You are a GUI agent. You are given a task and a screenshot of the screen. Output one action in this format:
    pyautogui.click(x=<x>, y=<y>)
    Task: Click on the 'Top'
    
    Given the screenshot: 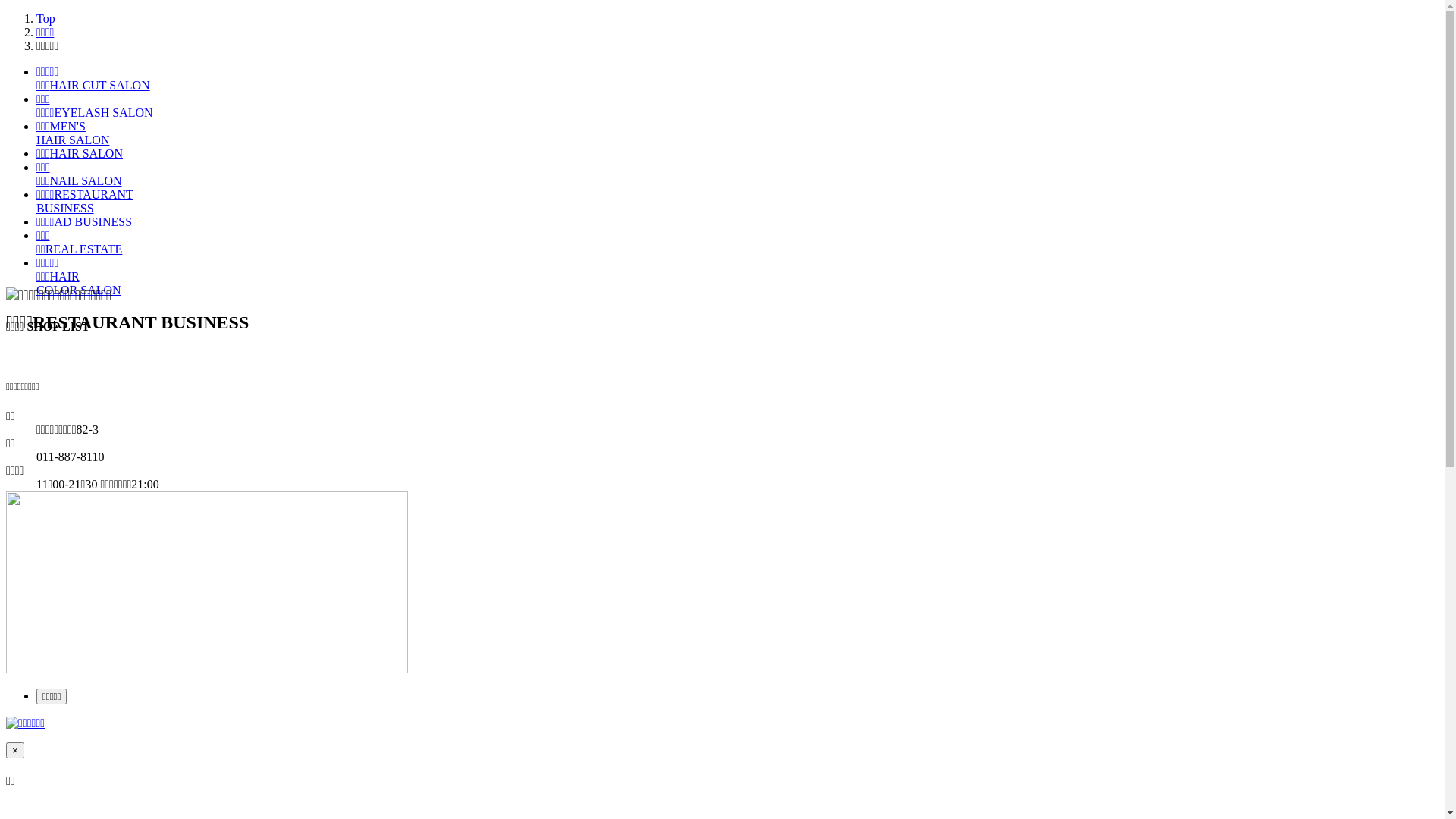 What is the action you would take?
    pyautogui.click(x=45, y=18)
    